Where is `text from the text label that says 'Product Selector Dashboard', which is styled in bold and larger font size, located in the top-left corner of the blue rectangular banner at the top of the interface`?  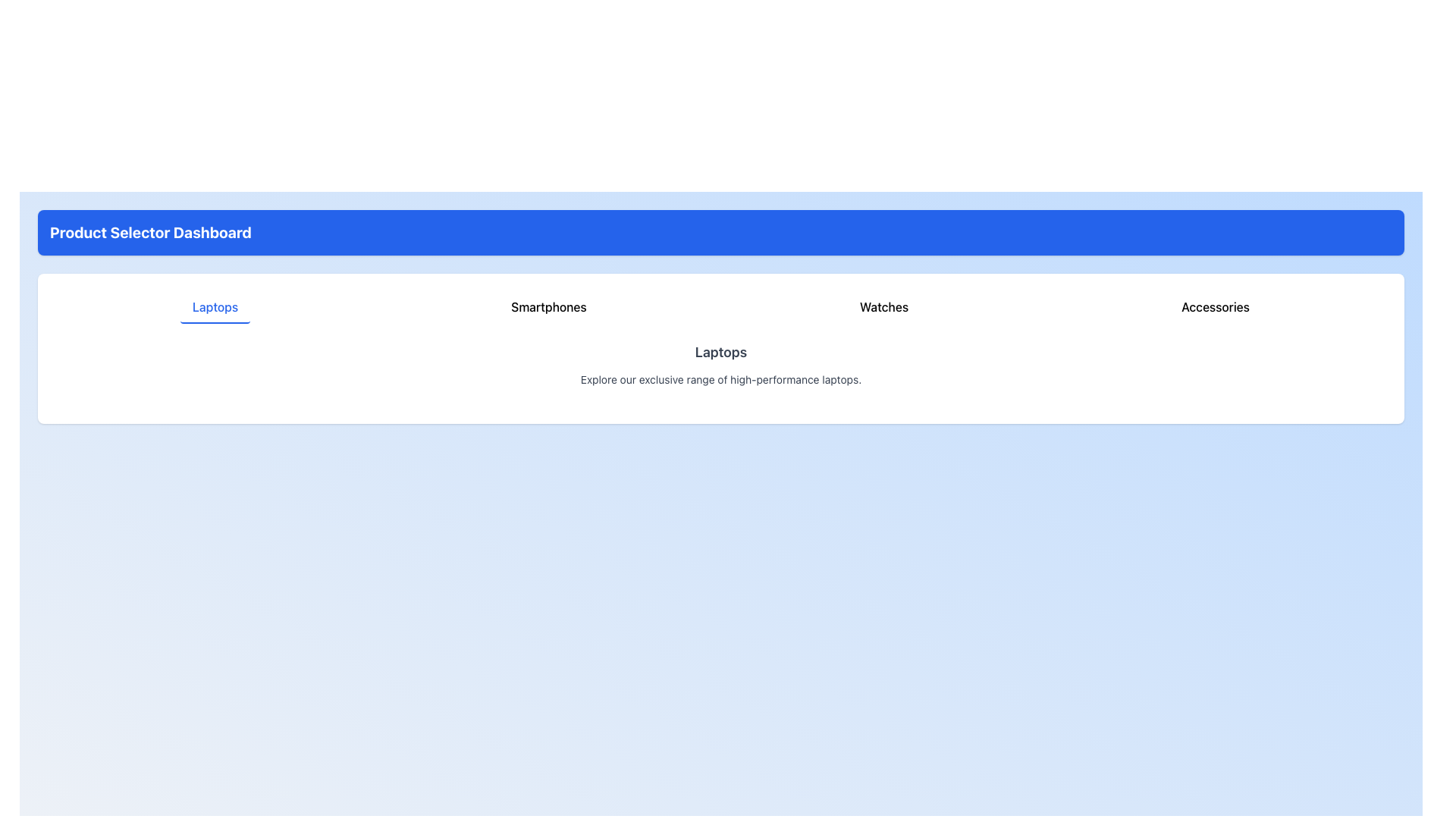 text from the text label that says 'Product Selector Dashboard', which is styled in bold and larger font size, located in the top-left corner of the blue rectangular banner at the top of the interface is located at coordinates (150, 233).